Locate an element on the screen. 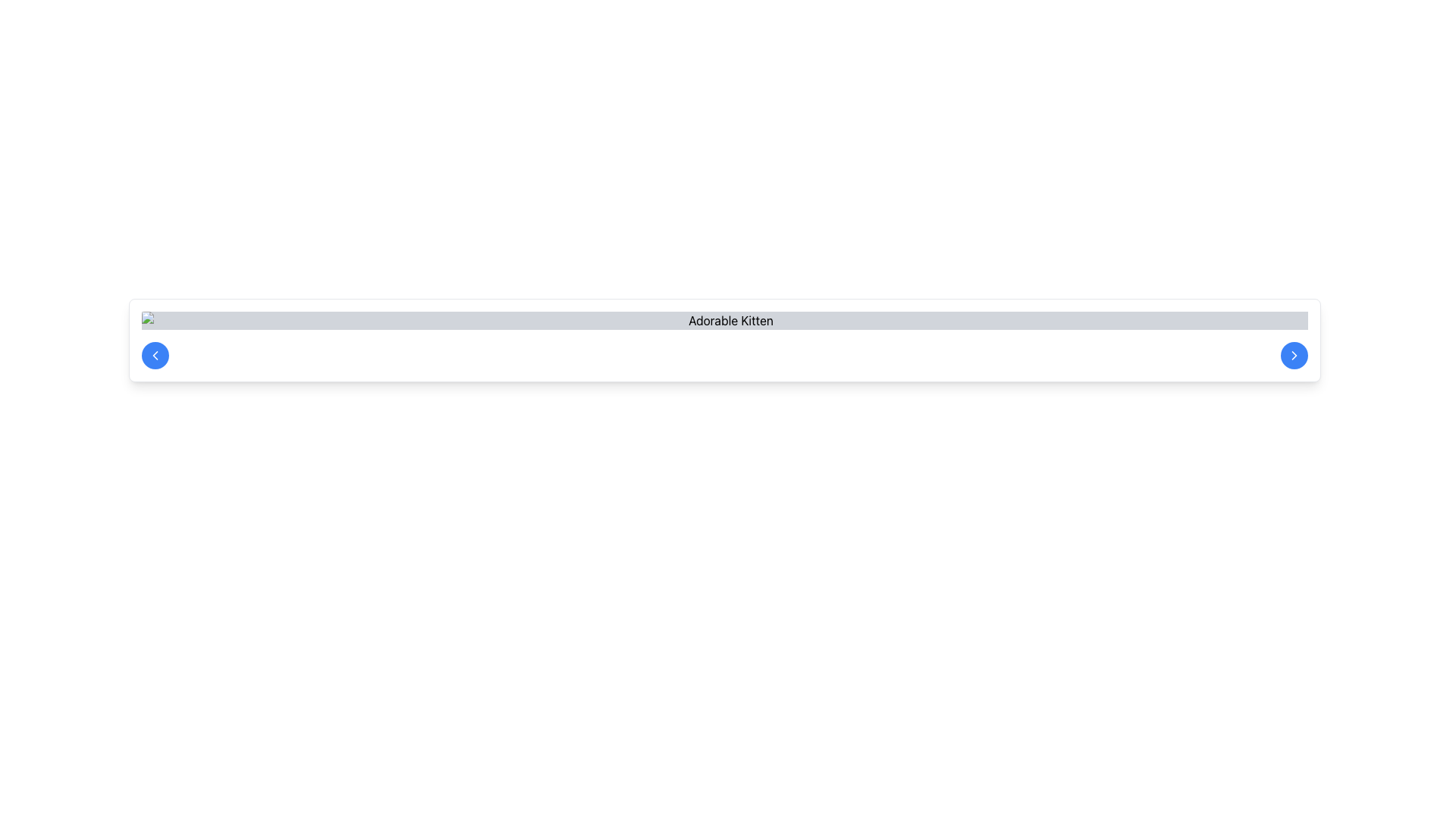 This screenshot has width=1456, height=819. the right-pointing chevron arrow icon with a blue-filled circular background, located at the far right end of the interface, adjacent to the 'Adorable Kitten' label is located at coordinates (1294, 356).